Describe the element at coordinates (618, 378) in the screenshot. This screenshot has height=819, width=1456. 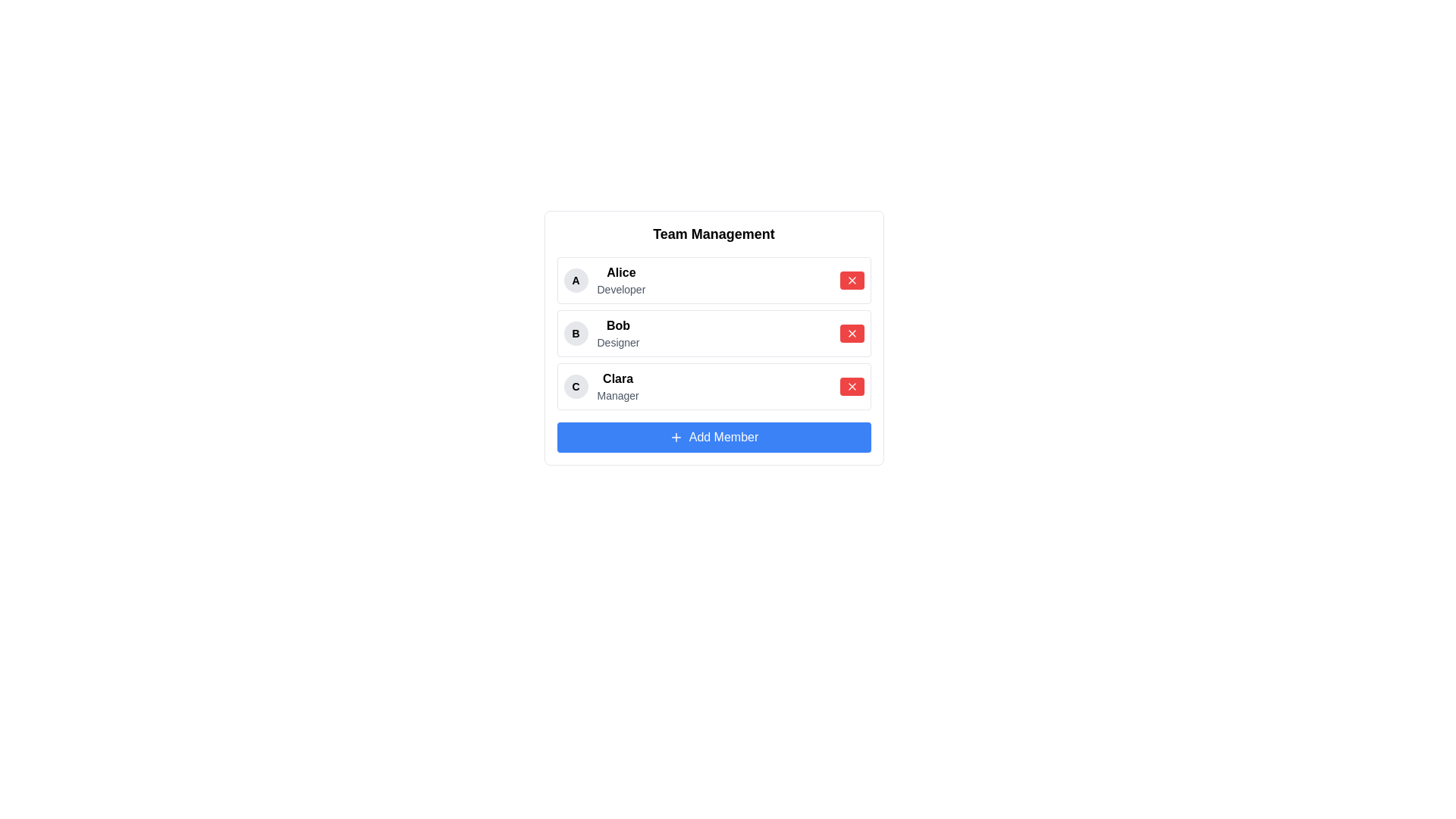
I see `text label displaying the name 'Clara' which is emphasized in a font-semibold style, located in the third row of a vertical list in the 'Team Management' interface` at that location.